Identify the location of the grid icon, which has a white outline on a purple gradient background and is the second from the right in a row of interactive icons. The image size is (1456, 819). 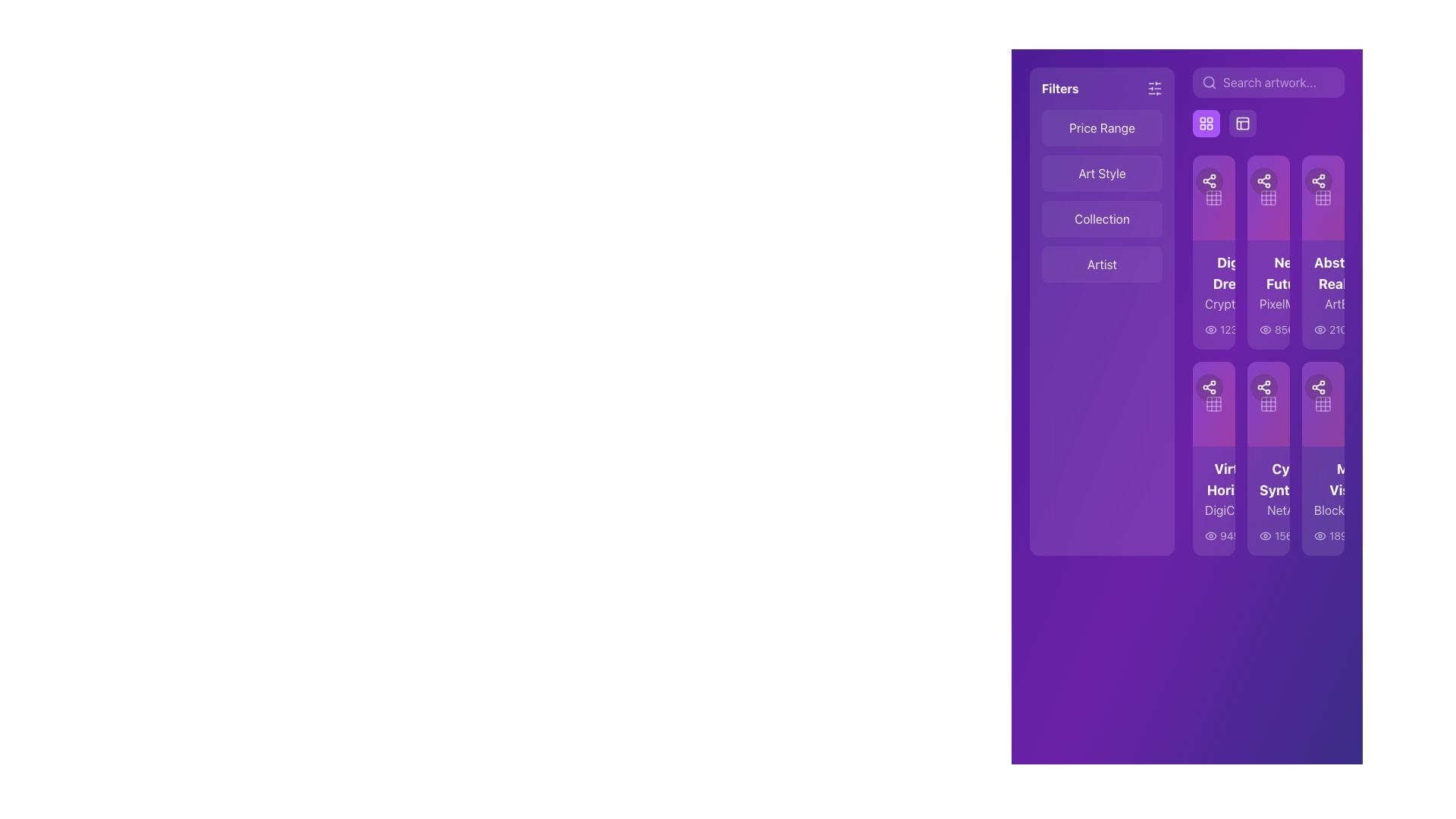
(1323, 403).